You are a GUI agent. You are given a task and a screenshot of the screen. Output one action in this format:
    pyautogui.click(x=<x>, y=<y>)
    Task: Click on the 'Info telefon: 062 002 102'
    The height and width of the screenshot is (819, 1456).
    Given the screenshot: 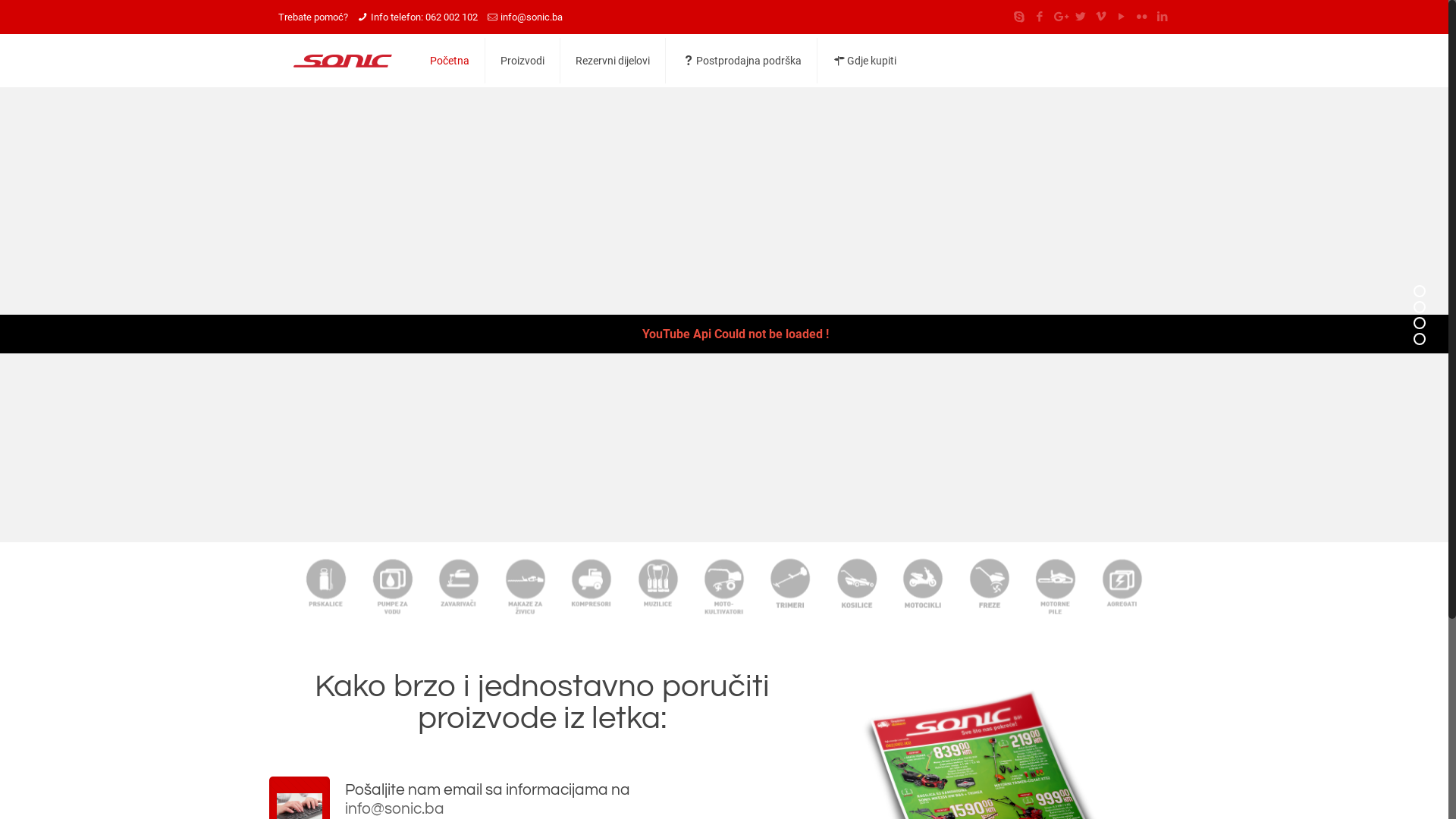 What is the action you would take?
    pyautogui.click(x=371, y=17)
    